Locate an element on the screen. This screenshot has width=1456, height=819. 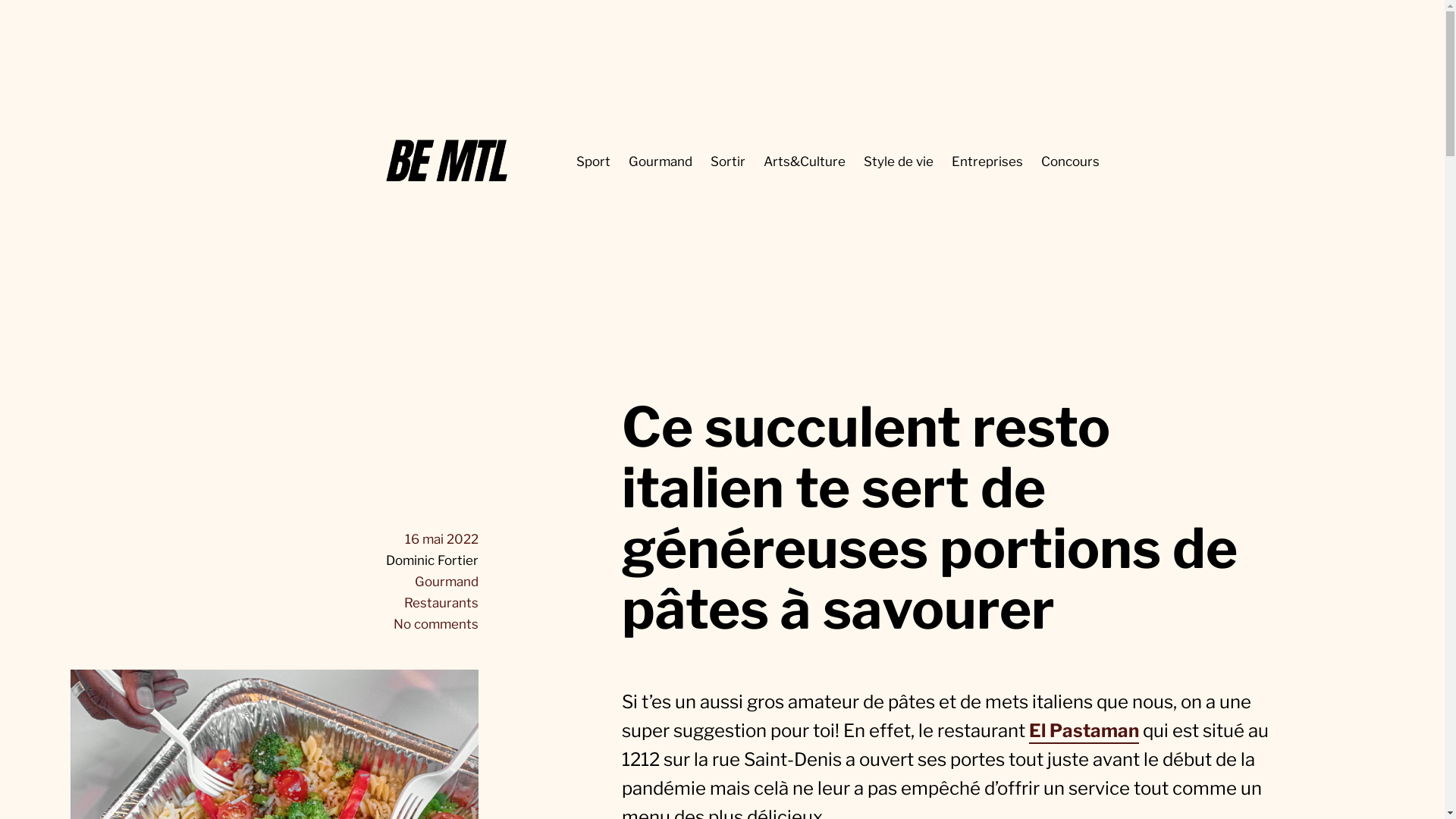
'Style de vie' is located at coordinates (899, 161).